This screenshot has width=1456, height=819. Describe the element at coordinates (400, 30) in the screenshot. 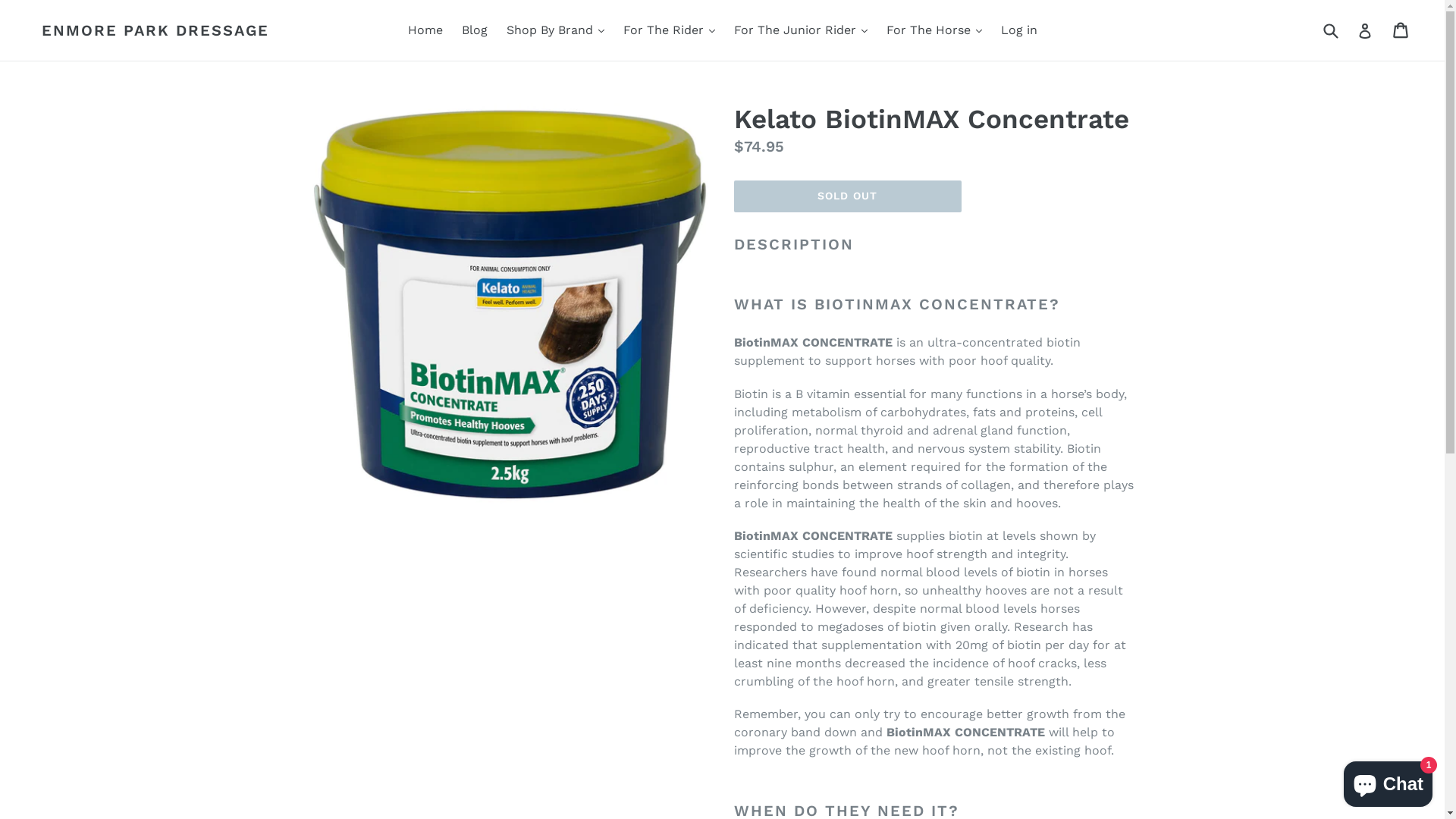

I see `'Home'` at that location.